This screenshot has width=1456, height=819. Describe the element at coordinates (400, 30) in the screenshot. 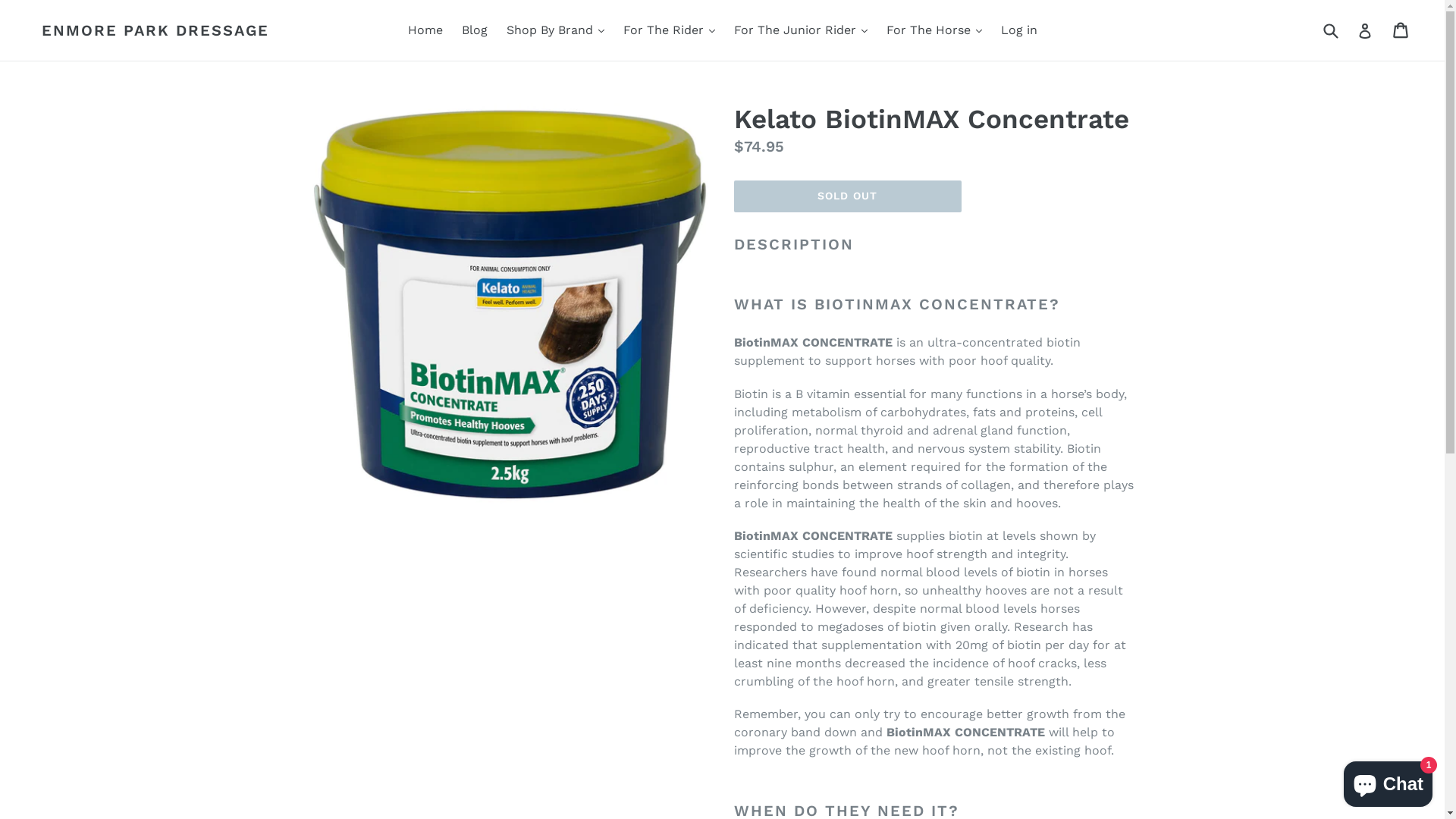

I see `'Home'` at that location.